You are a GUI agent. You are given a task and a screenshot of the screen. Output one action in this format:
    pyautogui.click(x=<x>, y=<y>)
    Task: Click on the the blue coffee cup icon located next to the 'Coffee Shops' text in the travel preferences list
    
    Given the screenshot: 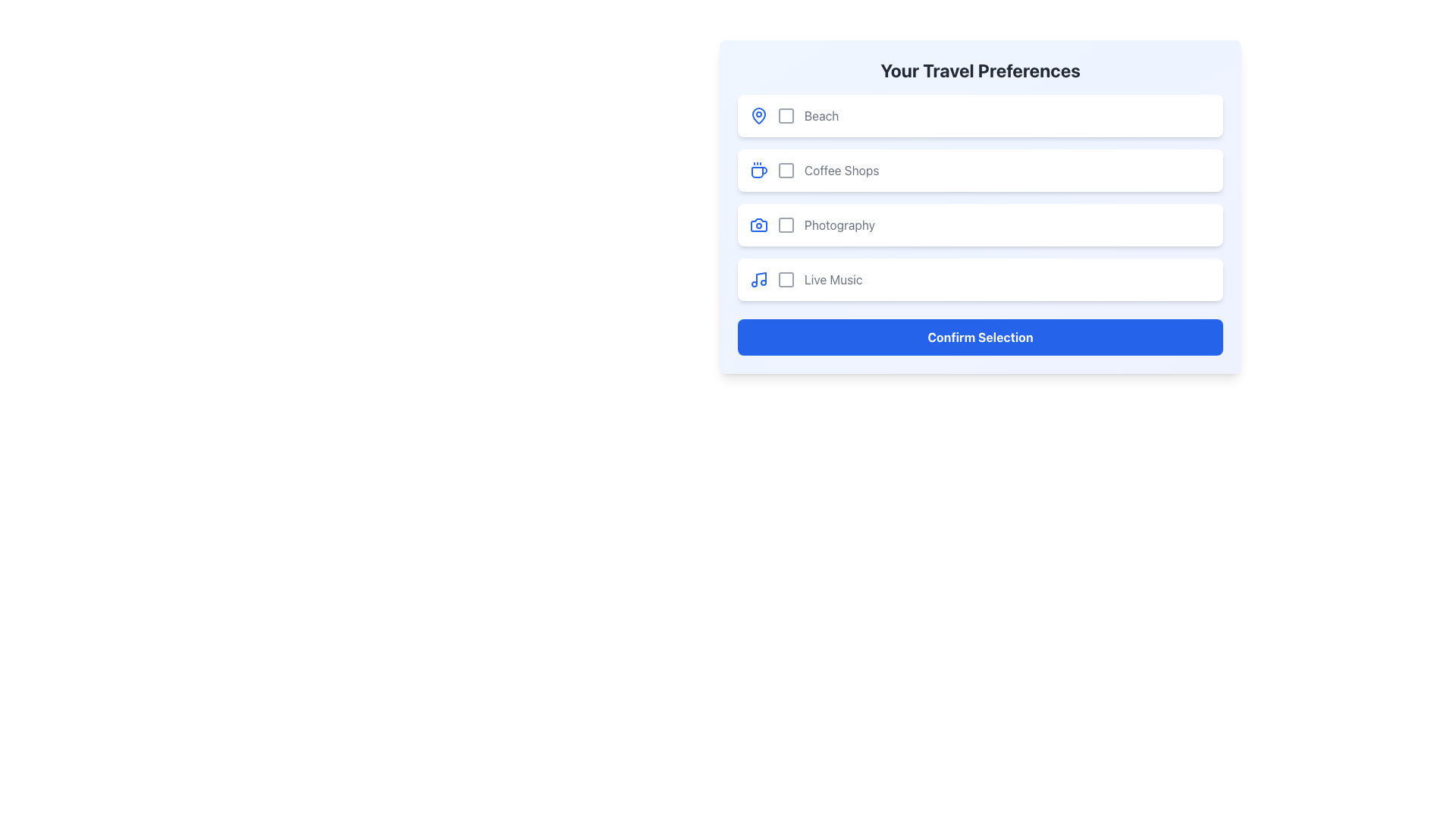 What is the action you would take?
    pyautogui.click(x=759, y=170)
    